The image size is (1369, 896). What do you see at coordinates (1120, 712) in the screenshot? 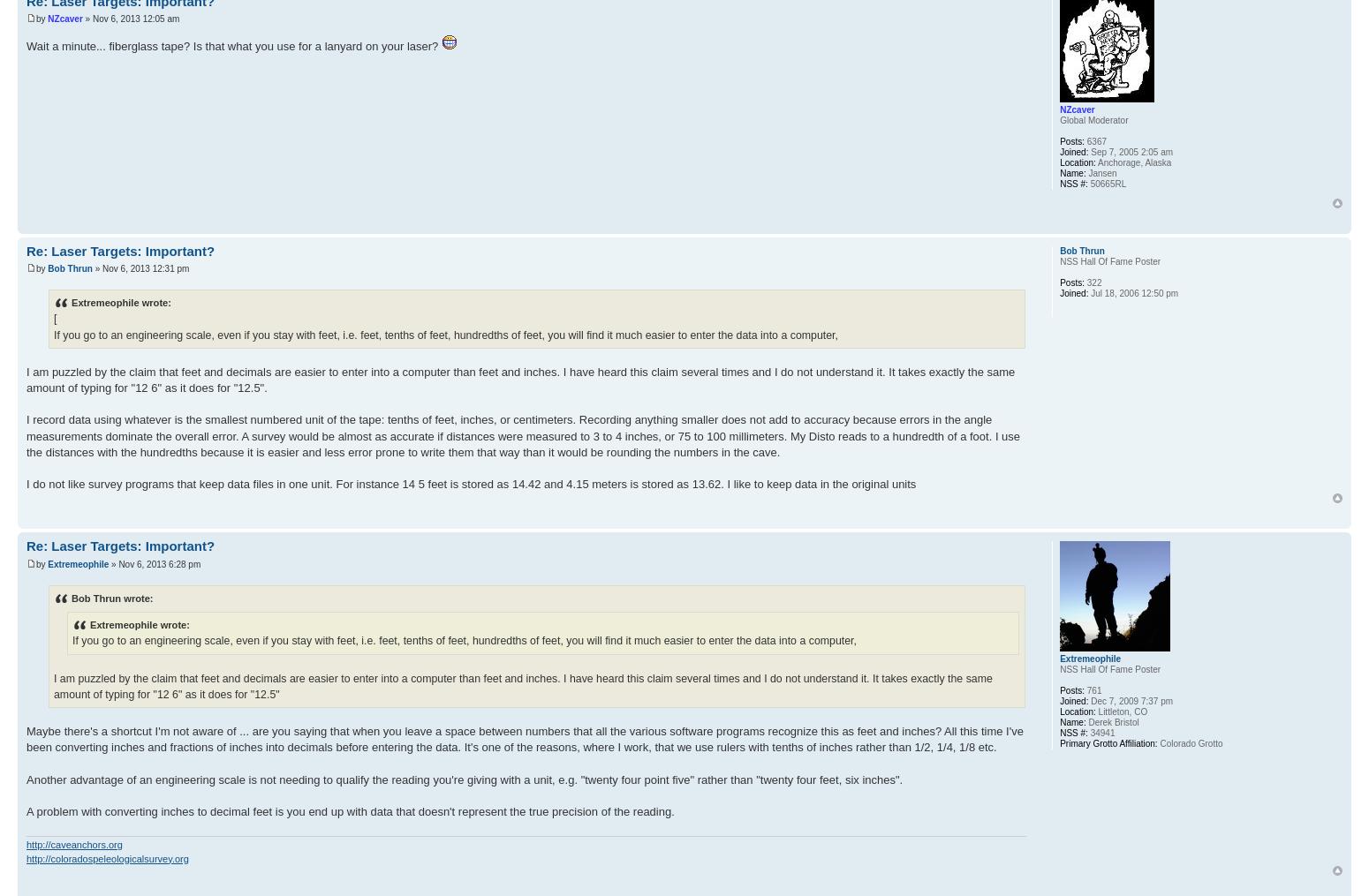
I see `'Littleton, CO'` at bounding box center [1120, 712].